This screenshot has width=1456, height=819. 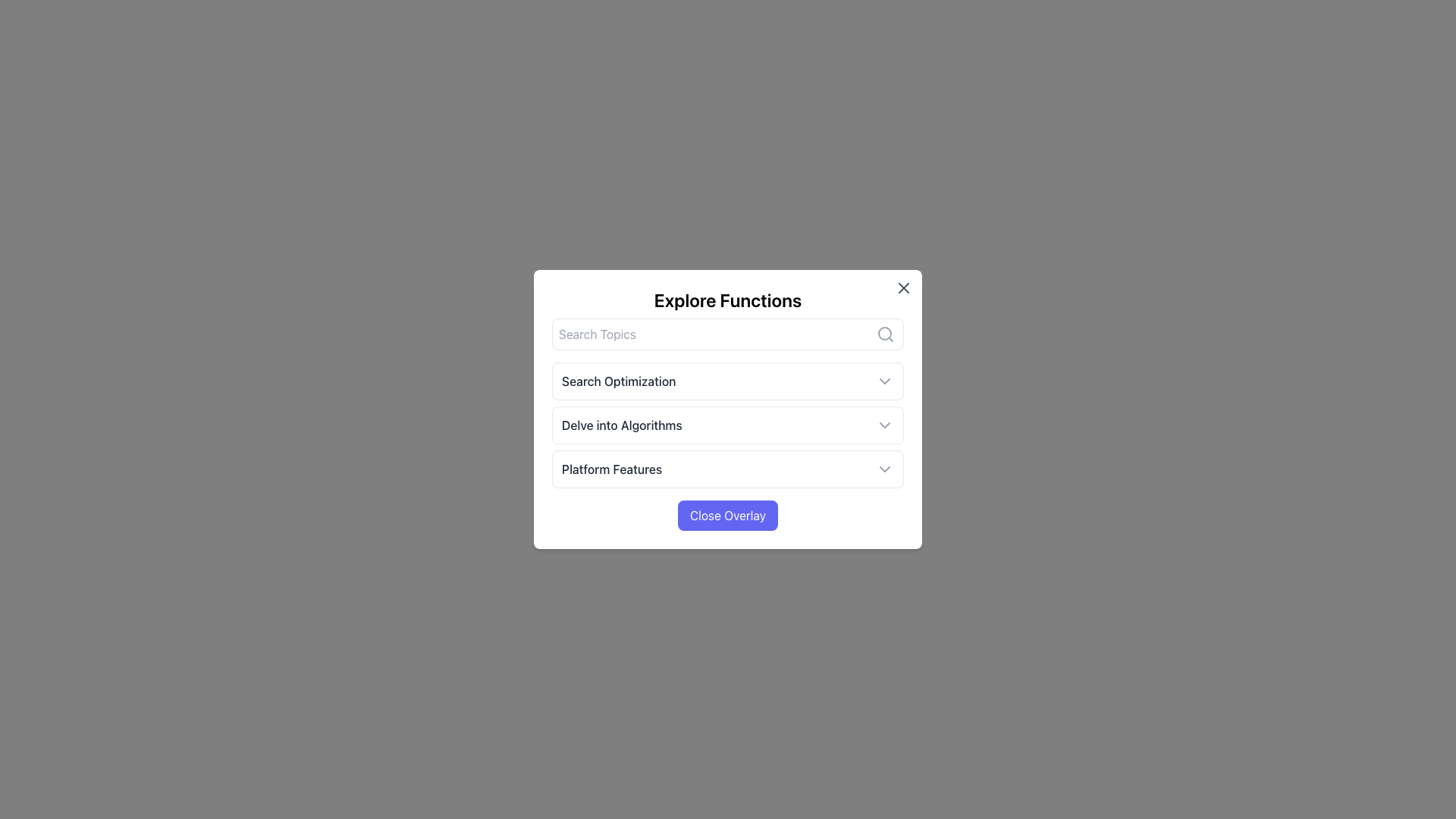 I want to click on the text label for 'Platform Features', which is the third expandable row in the modal window titled 'Explore Functions', so click(x=612, y=468).